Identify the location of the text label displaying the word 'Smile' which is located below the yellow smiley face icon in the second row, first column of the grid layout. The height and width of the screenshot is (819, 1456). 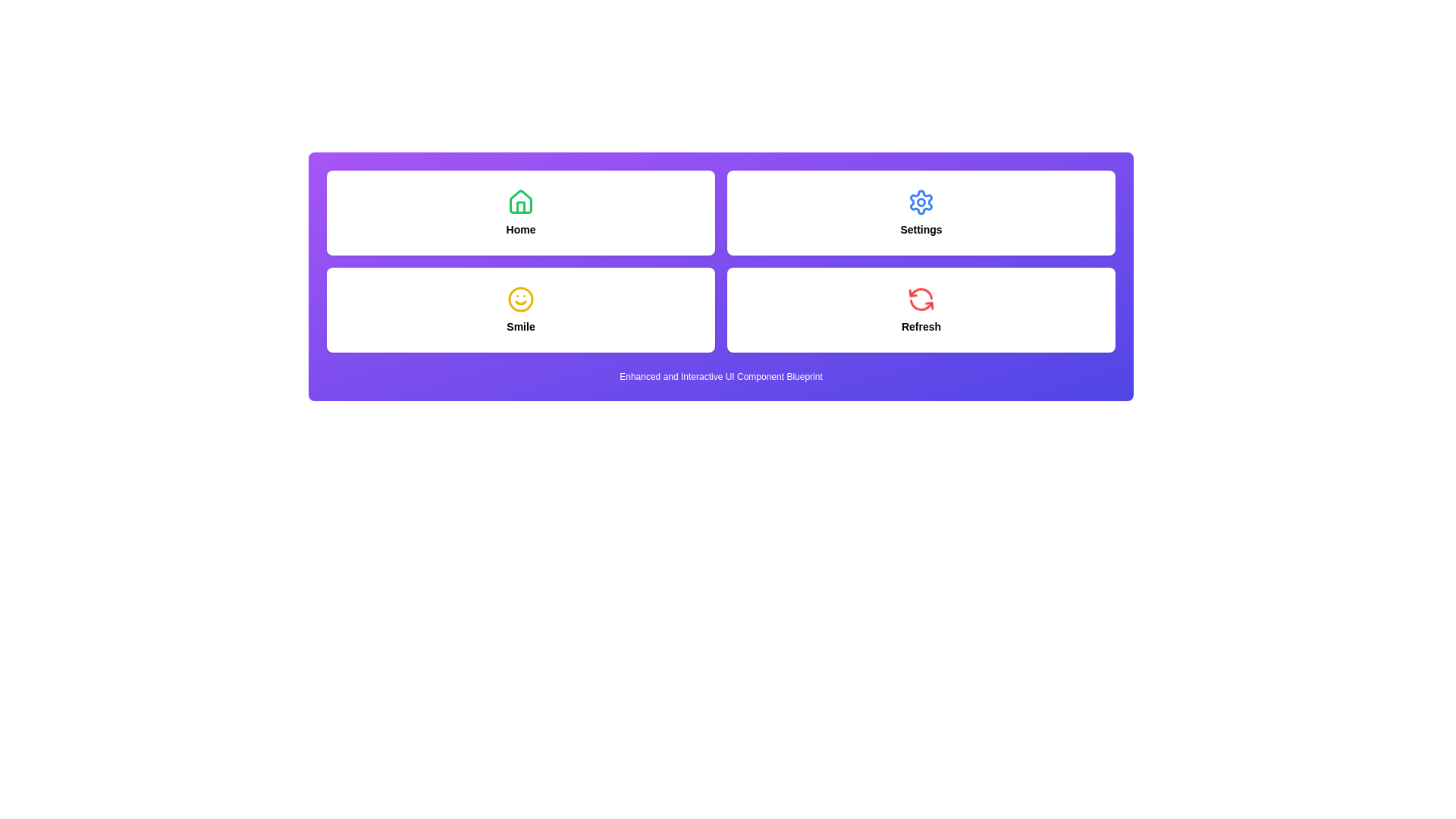
(520, 326).